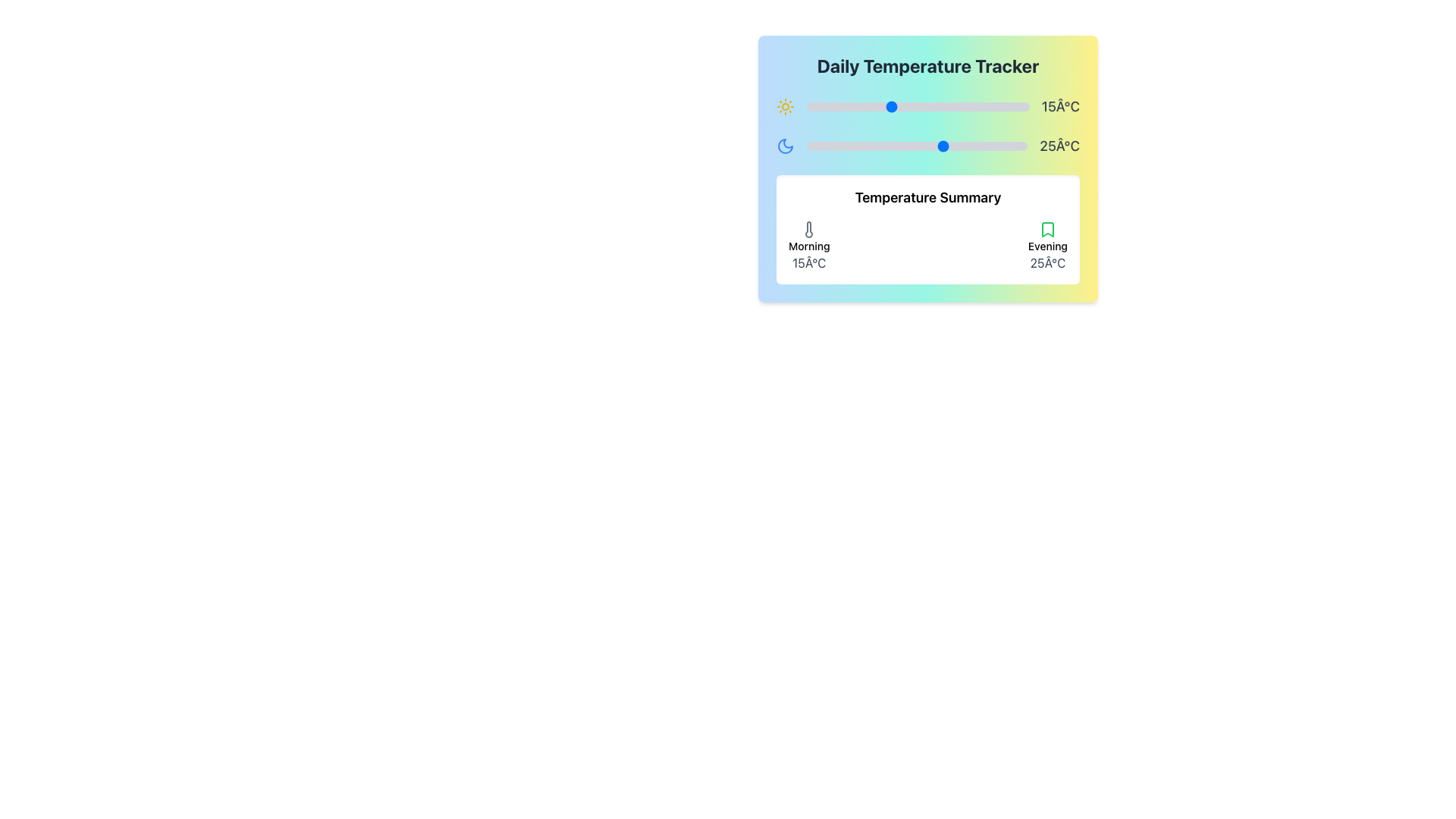  I want to click on the bookmarking icon located in the 'Temperature Summary' section next to the 'Evening' temperature text, so click(1047, 230).